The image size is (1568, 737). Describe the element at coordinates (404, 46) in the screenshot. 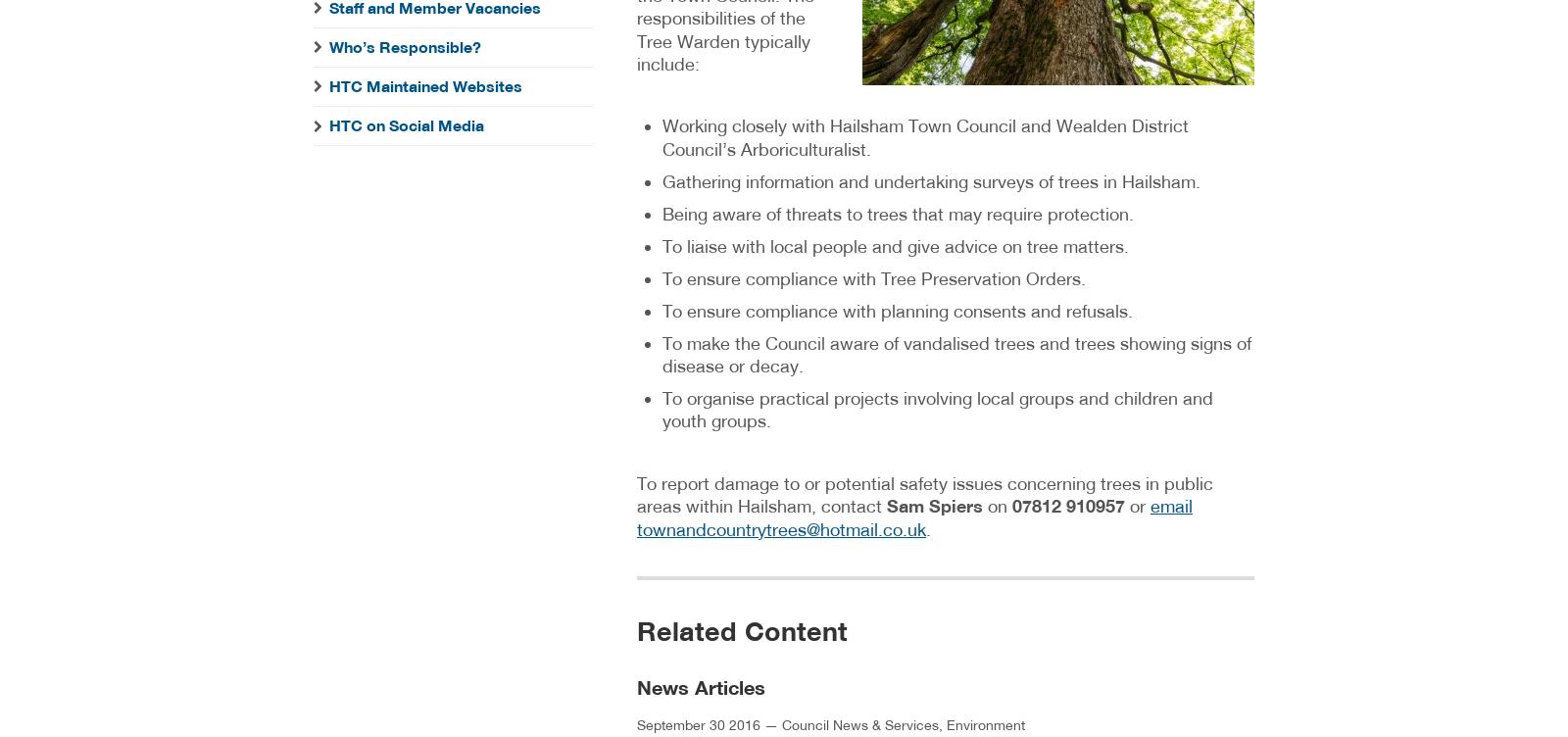

I see `'Who’s Responsible?'` at that location.